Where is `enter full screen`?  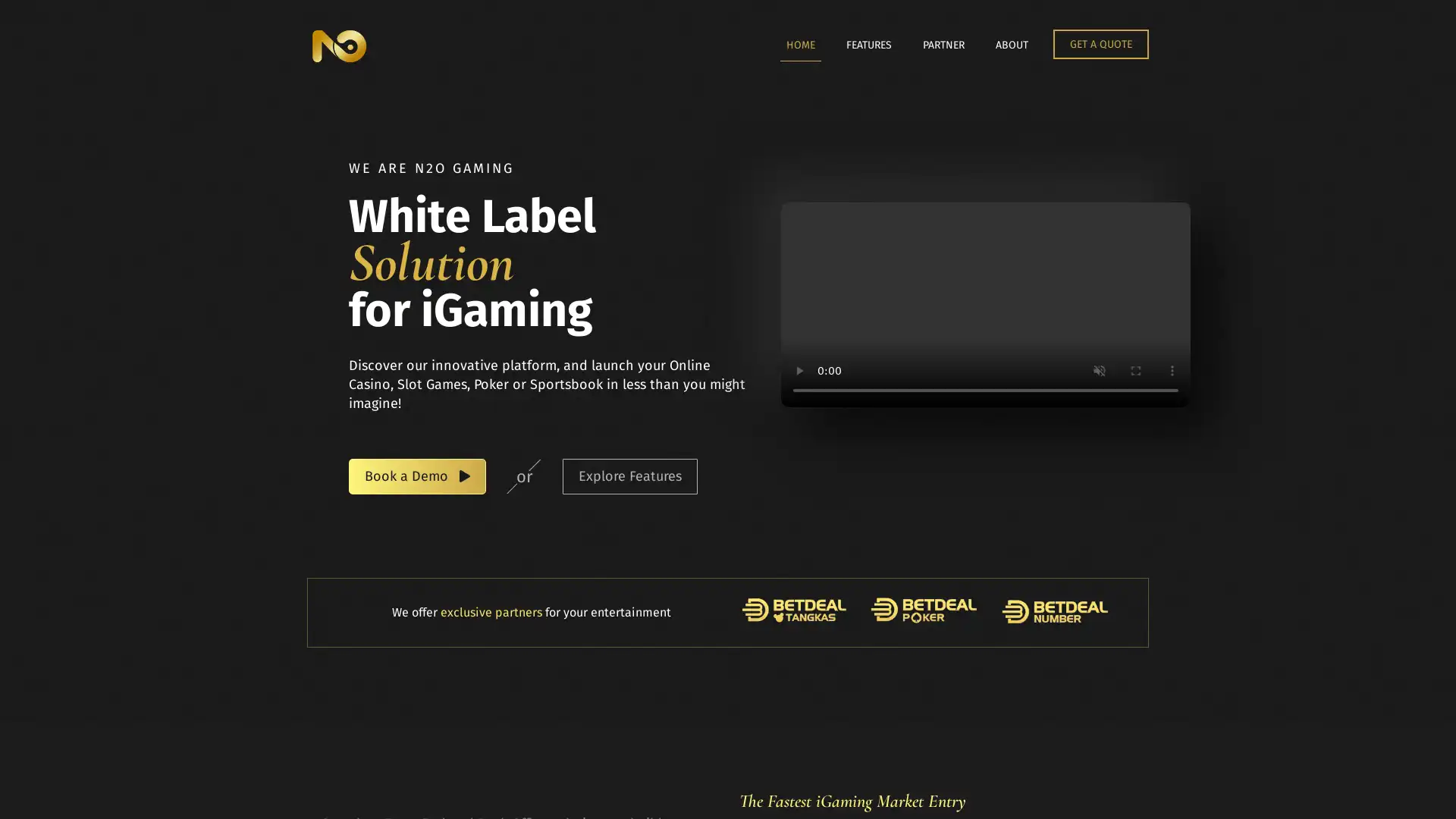 enter full screen is located at coordinates (1135, 371).